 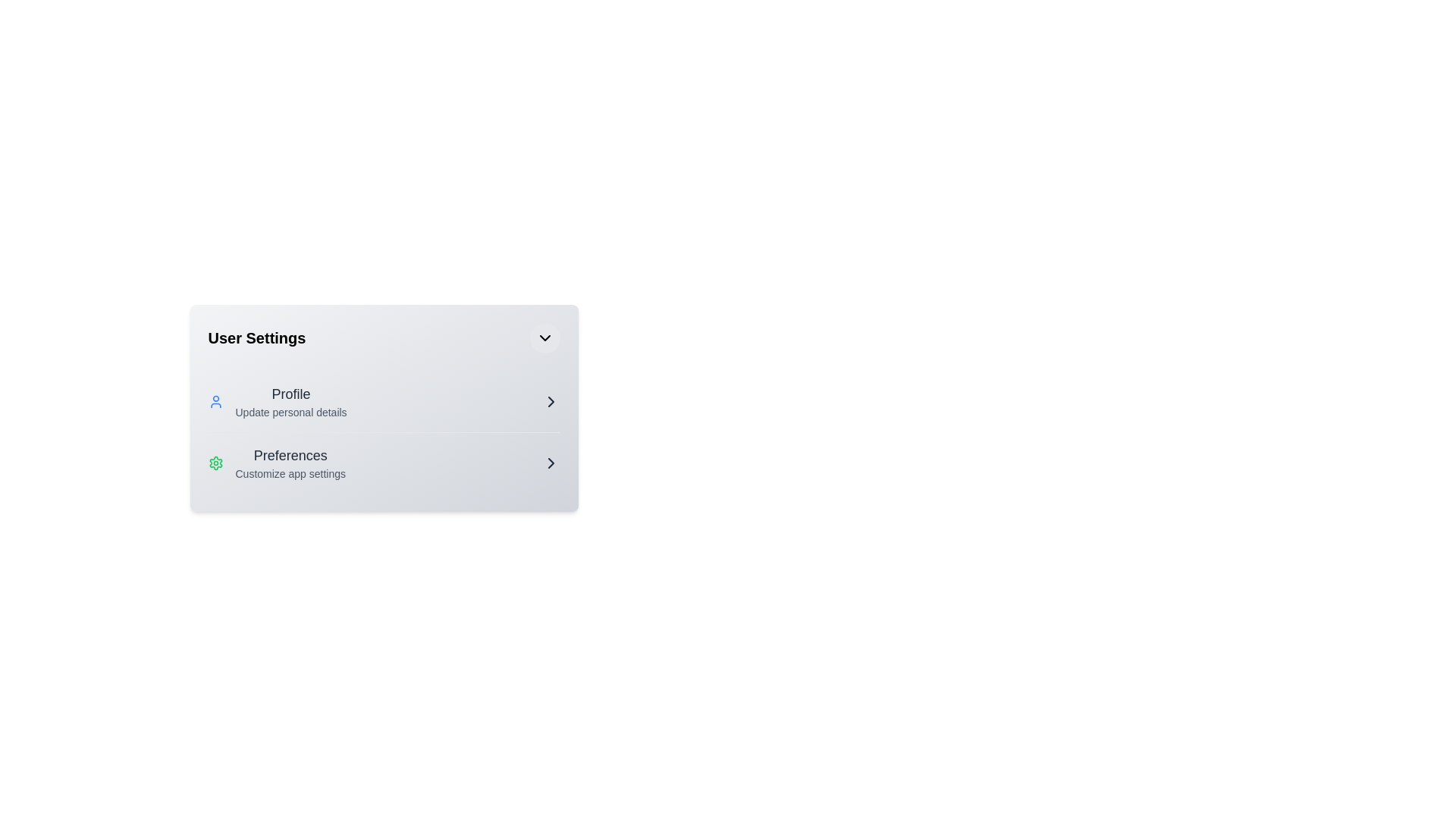 I want to click on the 'Profile' textual label with subheading, so click(x=291, y=400).